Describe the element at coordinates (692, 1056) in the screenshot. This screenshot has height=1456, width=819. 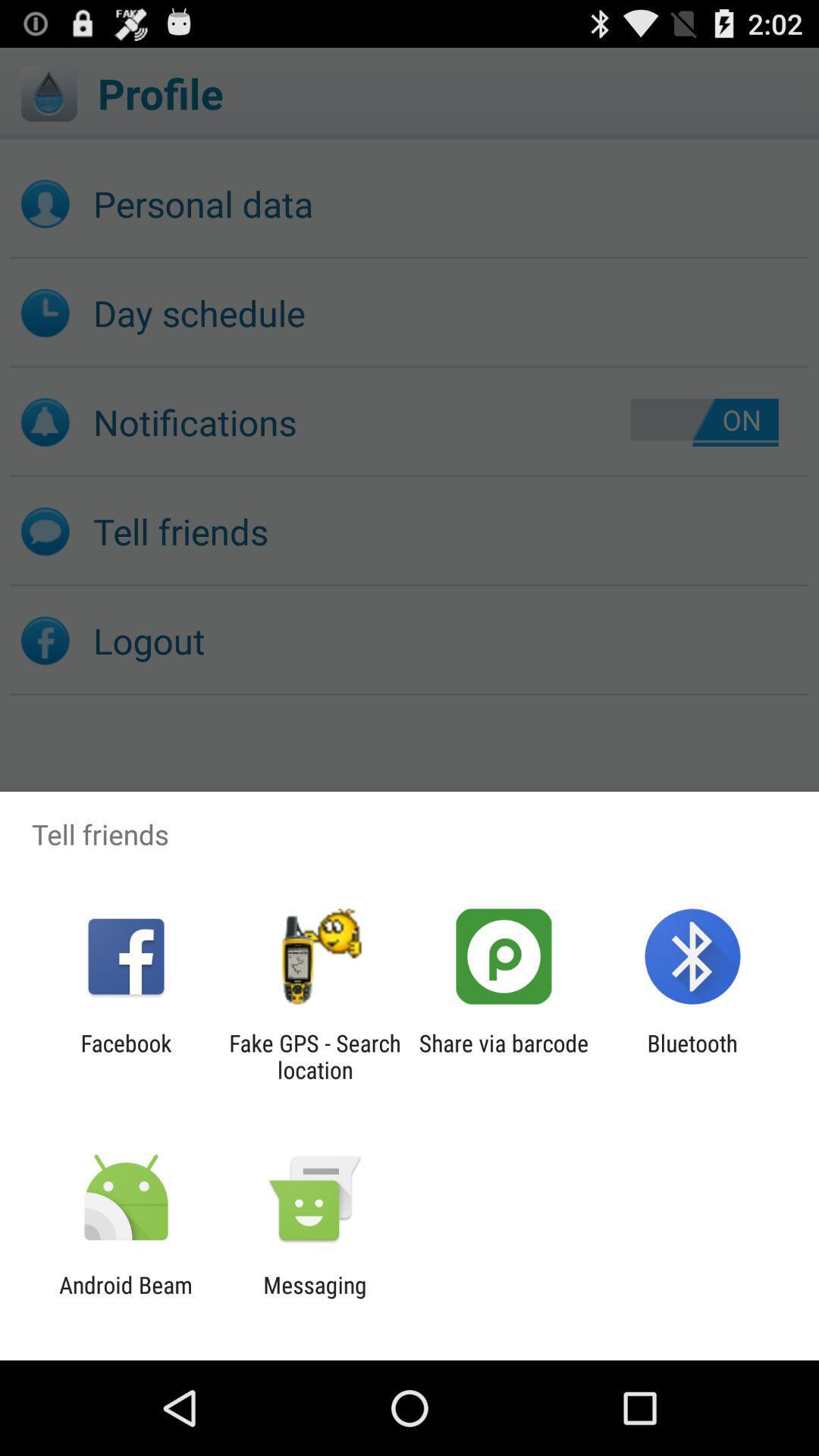
I see `the icon next to share via barcode item` at that location.